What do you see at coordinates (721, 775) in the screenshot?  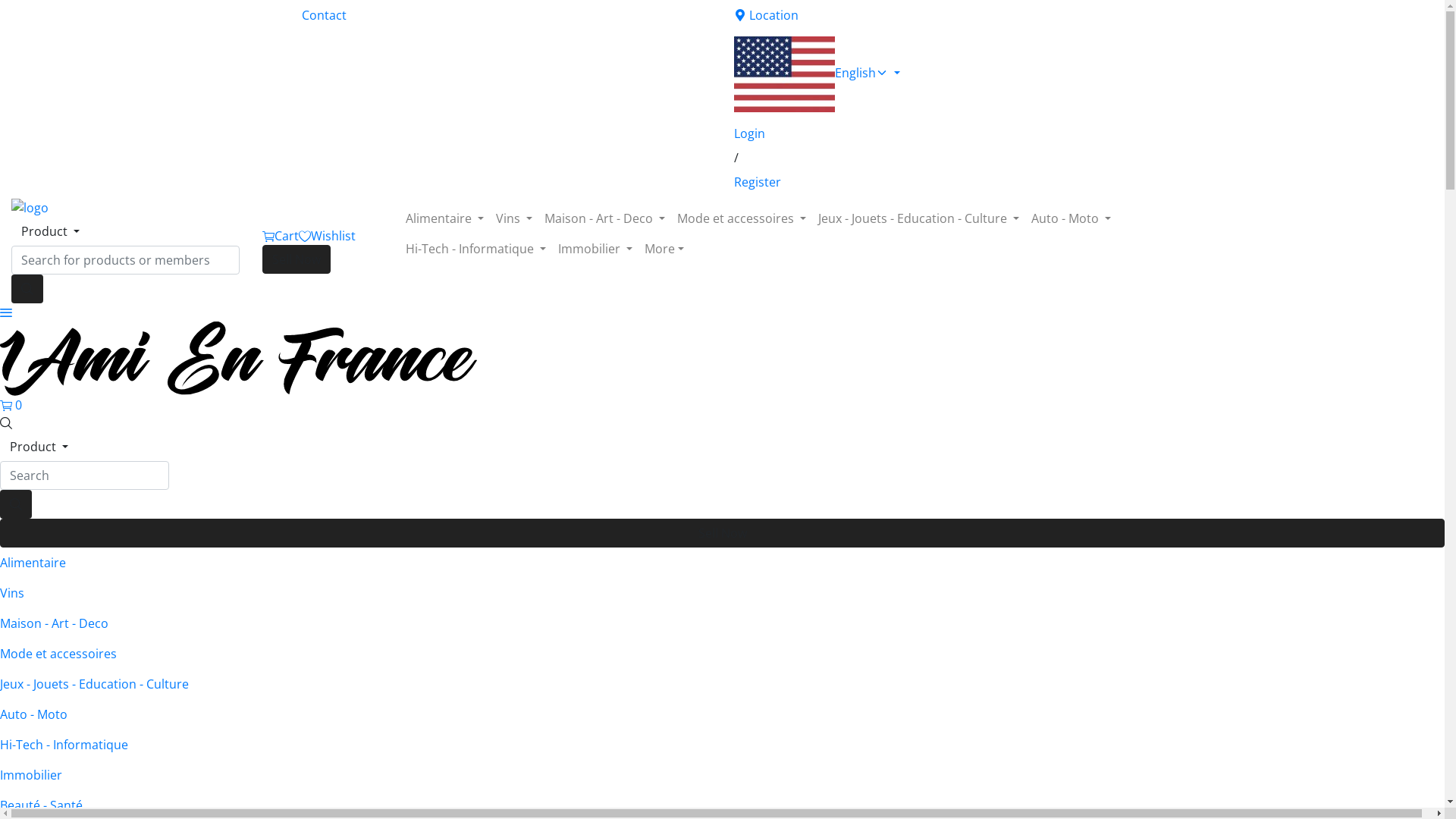 I see `'Immobilier'` at bounding box center [721, 775].